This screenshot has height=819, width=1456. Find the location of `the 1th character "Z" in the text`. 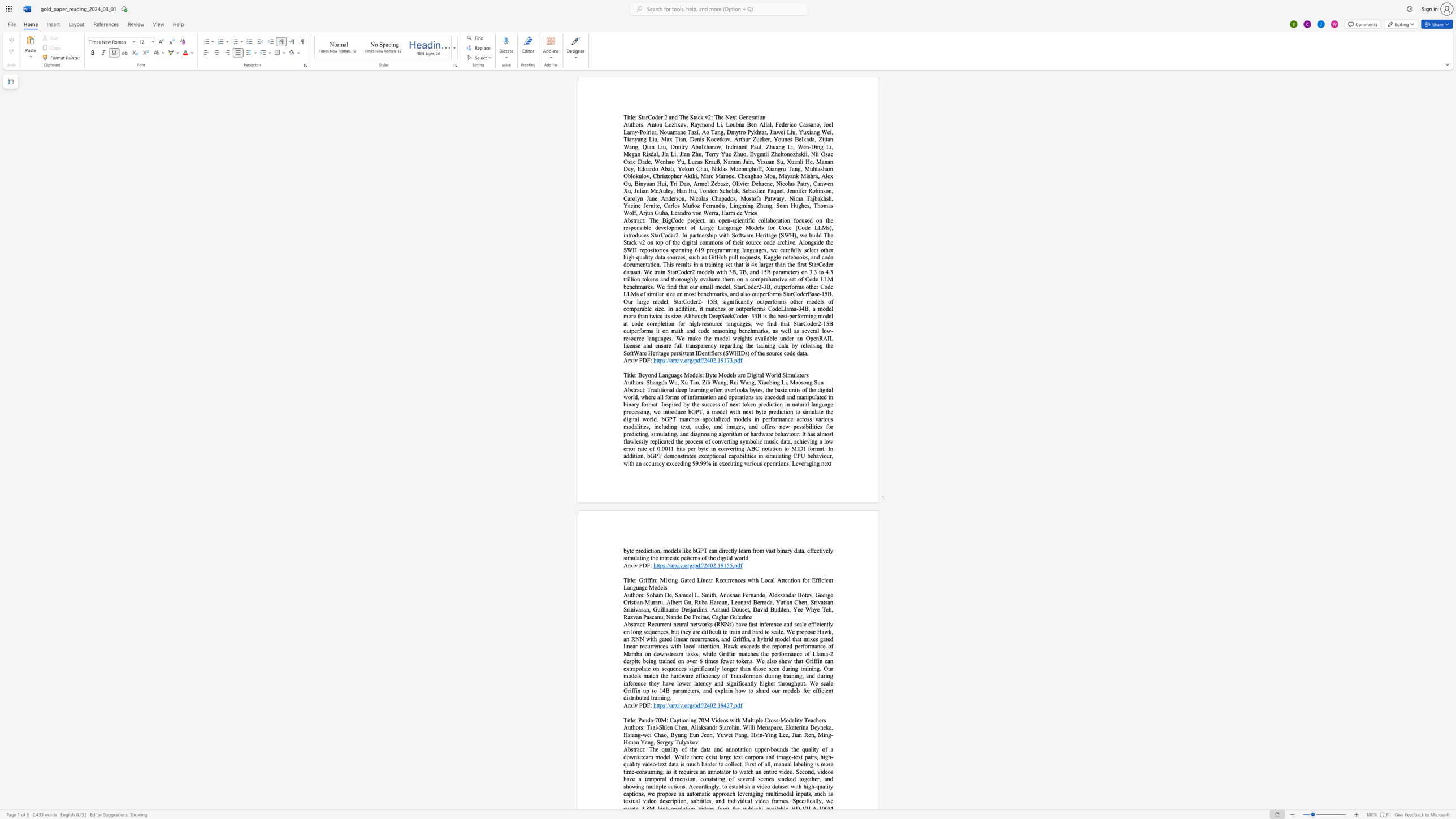

the 1th character "Z" in the text is located at coordinates (703, 382).